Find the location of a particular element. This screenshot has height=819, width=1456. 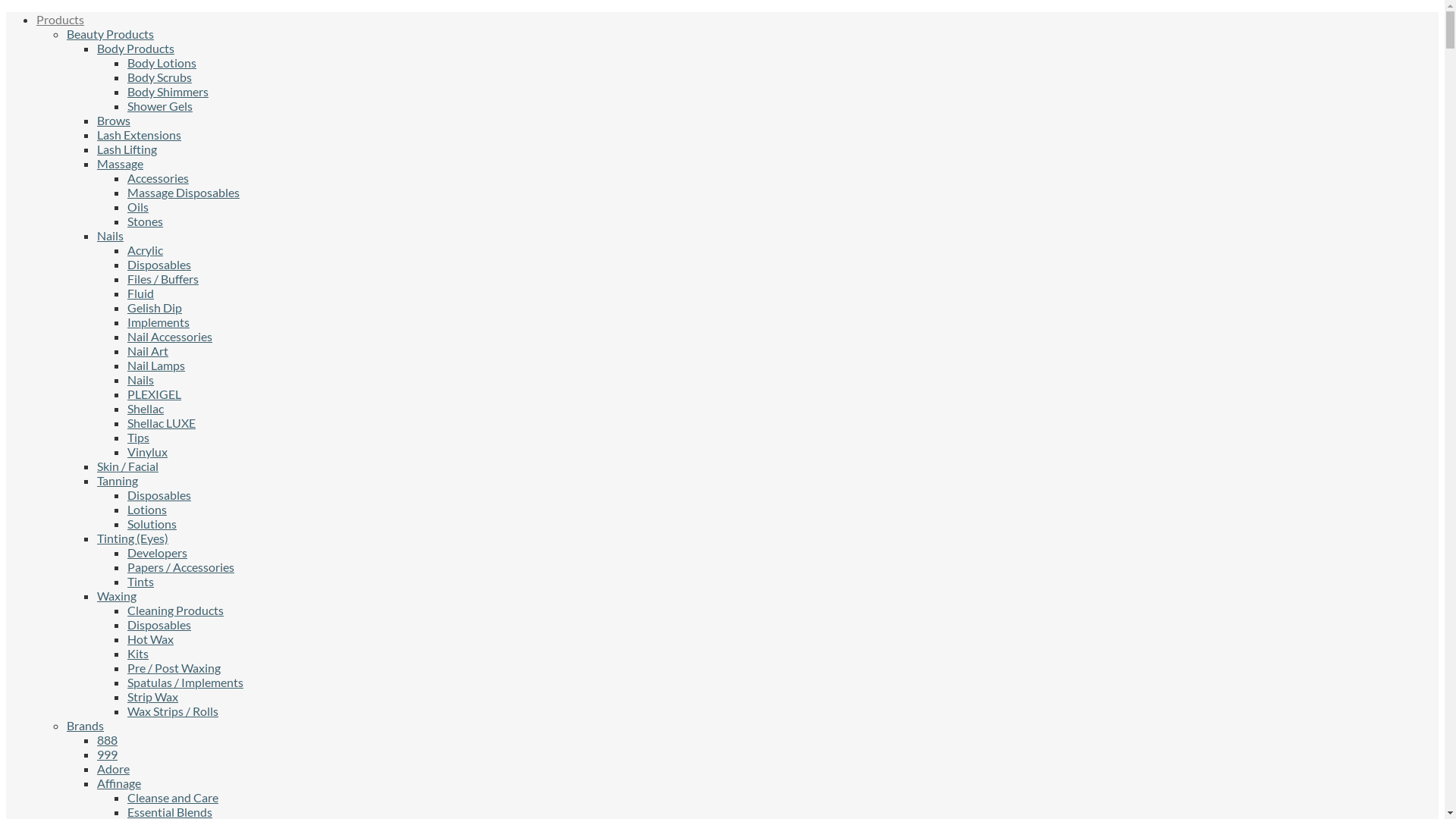

'Accessories' is located at coordinates (158, 177).